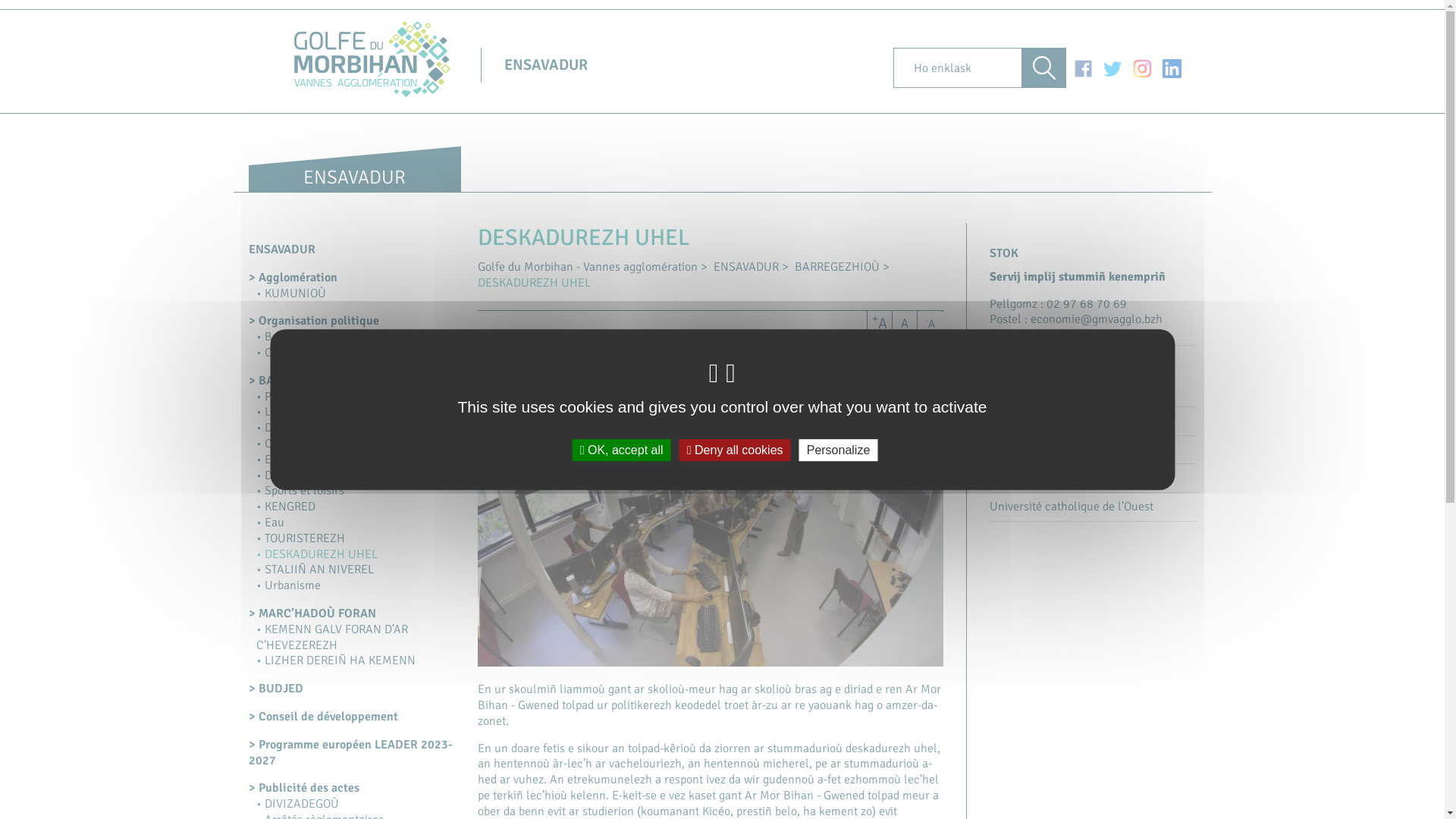 Image resolution: width=1456 pixels, height=819 pixels. What do you see at coordinates (312, 320) in the screenshot?
I see `'Organisation politique'` at bounding box center [312, 320].